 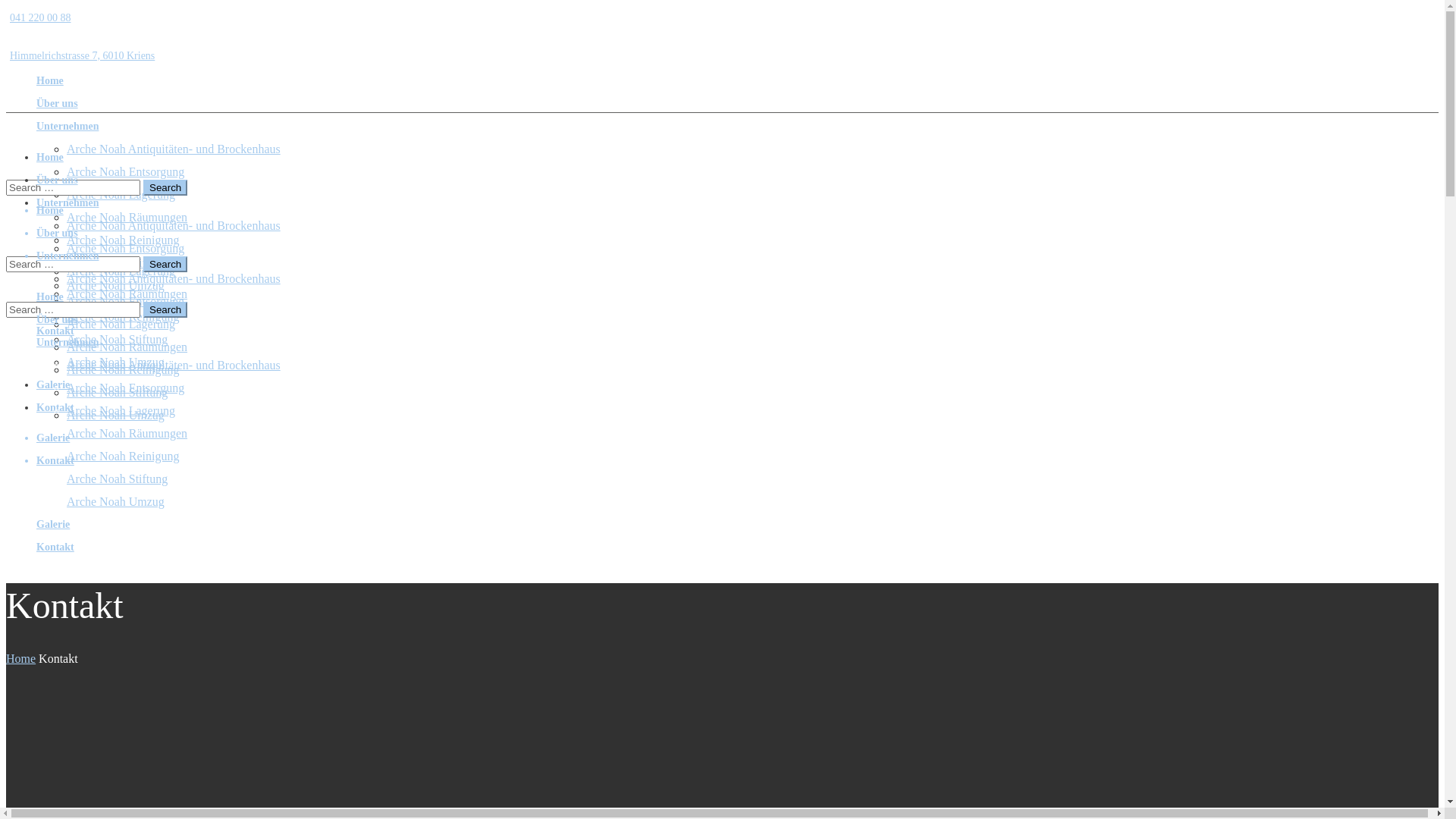 What do you see at coordinates (123, 369) in the screenshot?
I see `'Arche Noah Reinigung'` at bounding box center [123, 369].